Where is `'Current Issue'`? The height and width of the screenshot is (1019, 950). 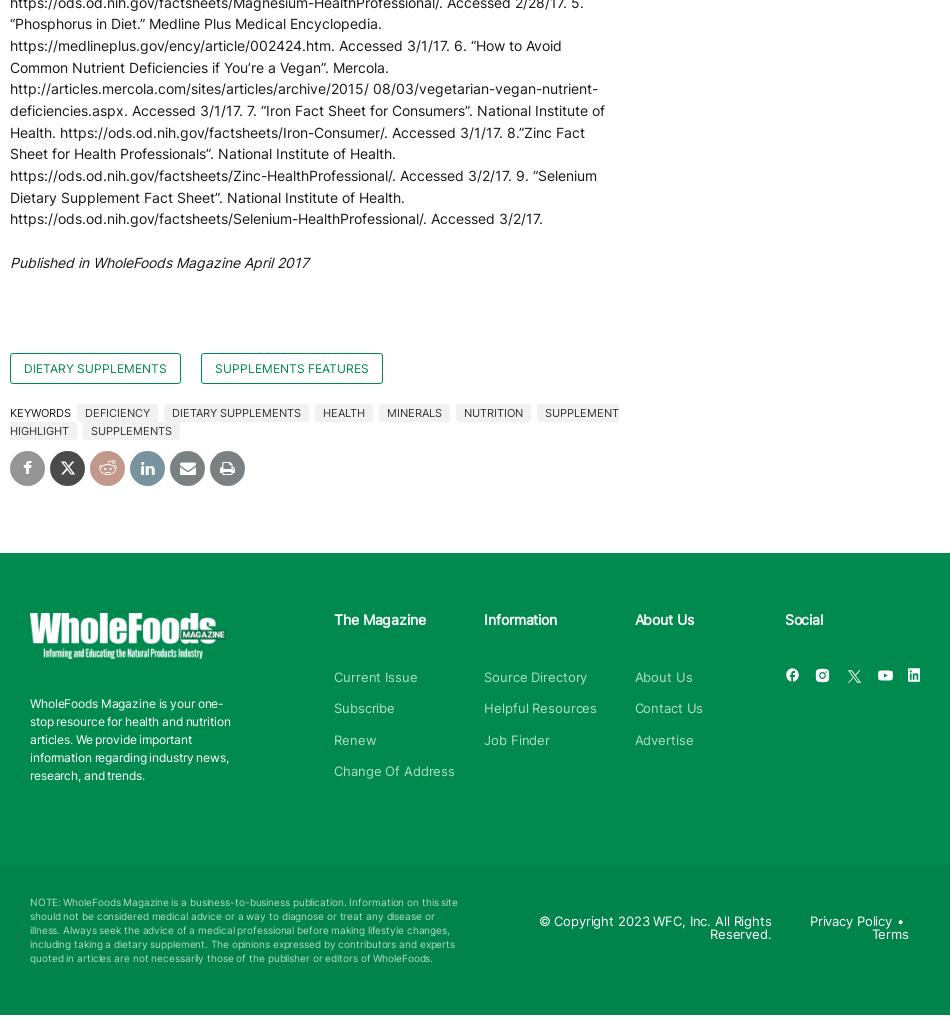
'Current Issue' is located at coordinates (374, 675).